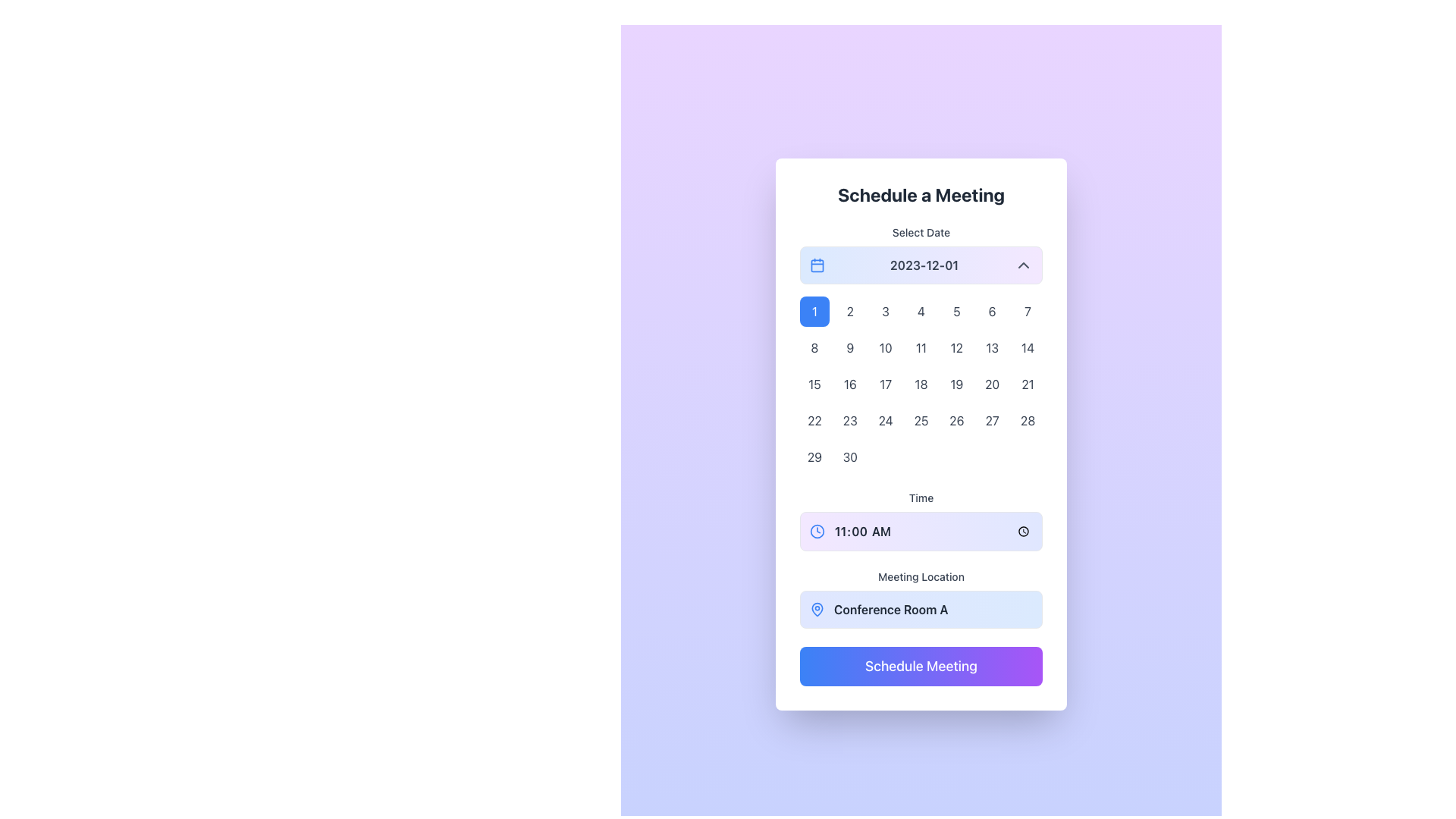  Describe the element at coordinates (992, 421) in the screenshot. I see `the button to select the day '27' in the calendar grid, which is positioned in the fourth row and sixth column` at that location.